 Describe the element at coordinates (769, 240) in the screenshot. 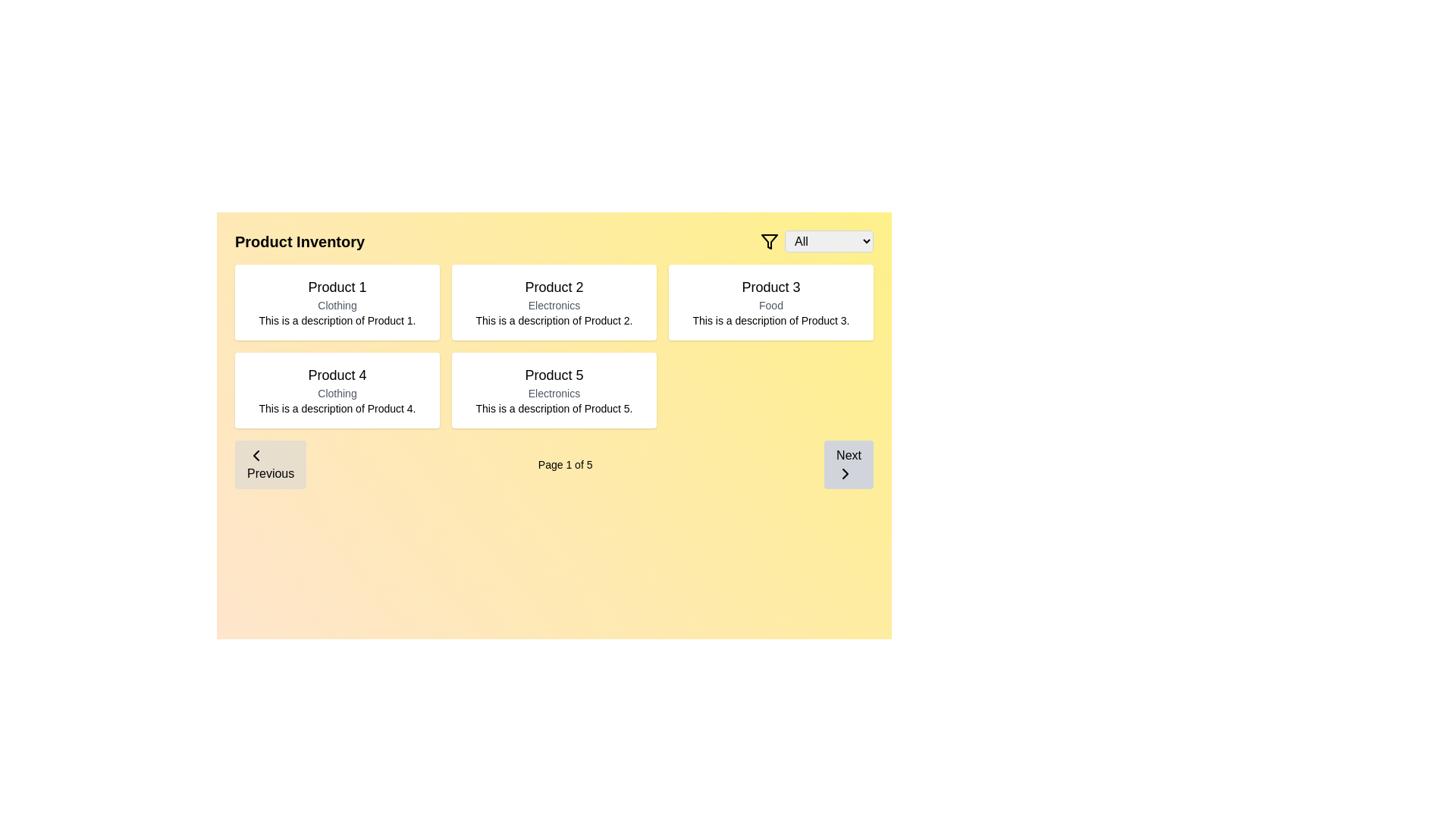

I see `the triangular funnel icon located near the top-right corner of the interface, immediately to the left of the 'All' dropdown menu` at that location.